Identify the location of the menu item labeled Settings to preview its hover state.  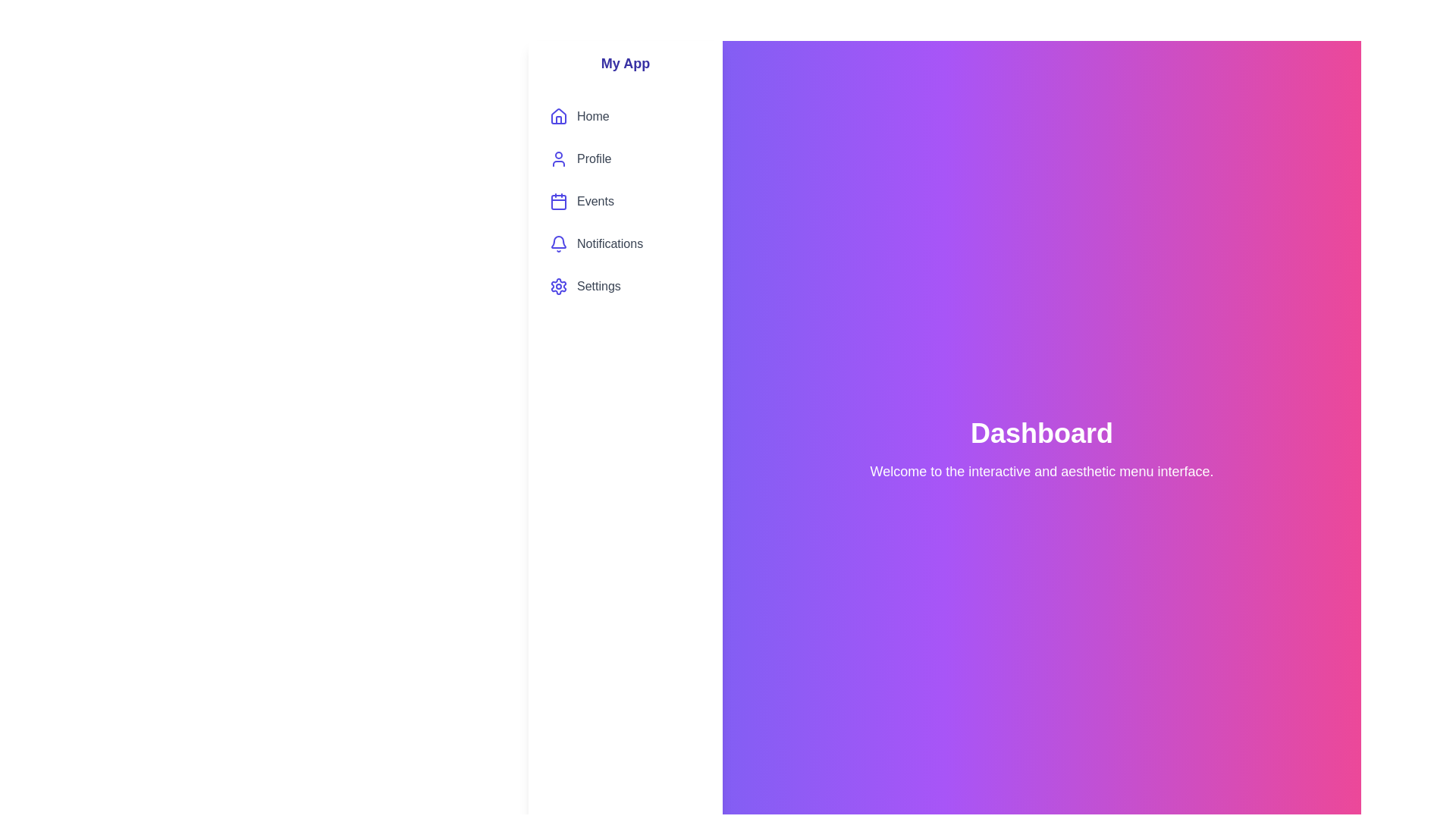
(626, 287).